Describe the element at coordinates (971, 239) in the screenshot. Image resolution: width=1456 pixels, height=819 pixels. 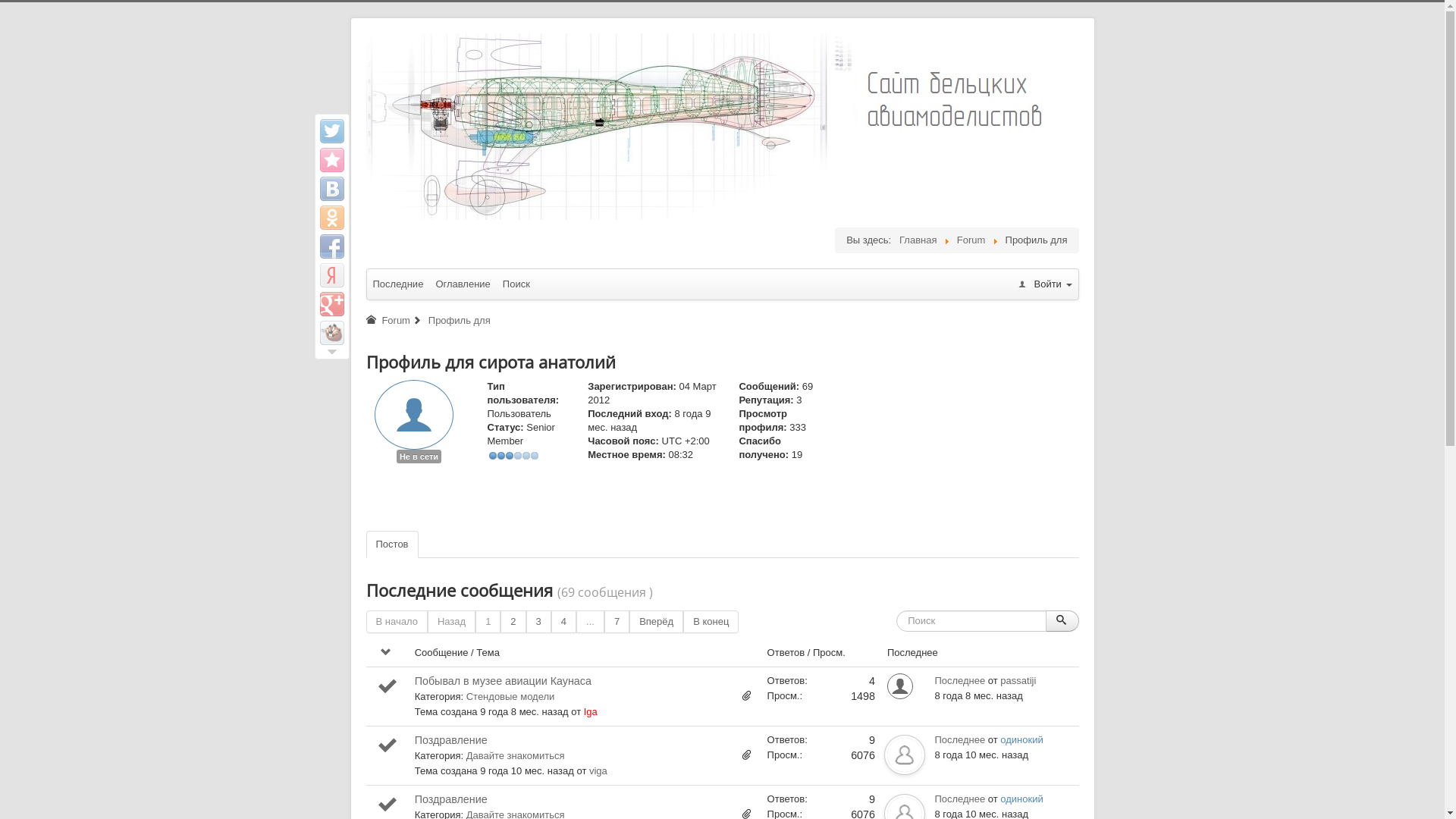
I see `'Forum'` at that location.